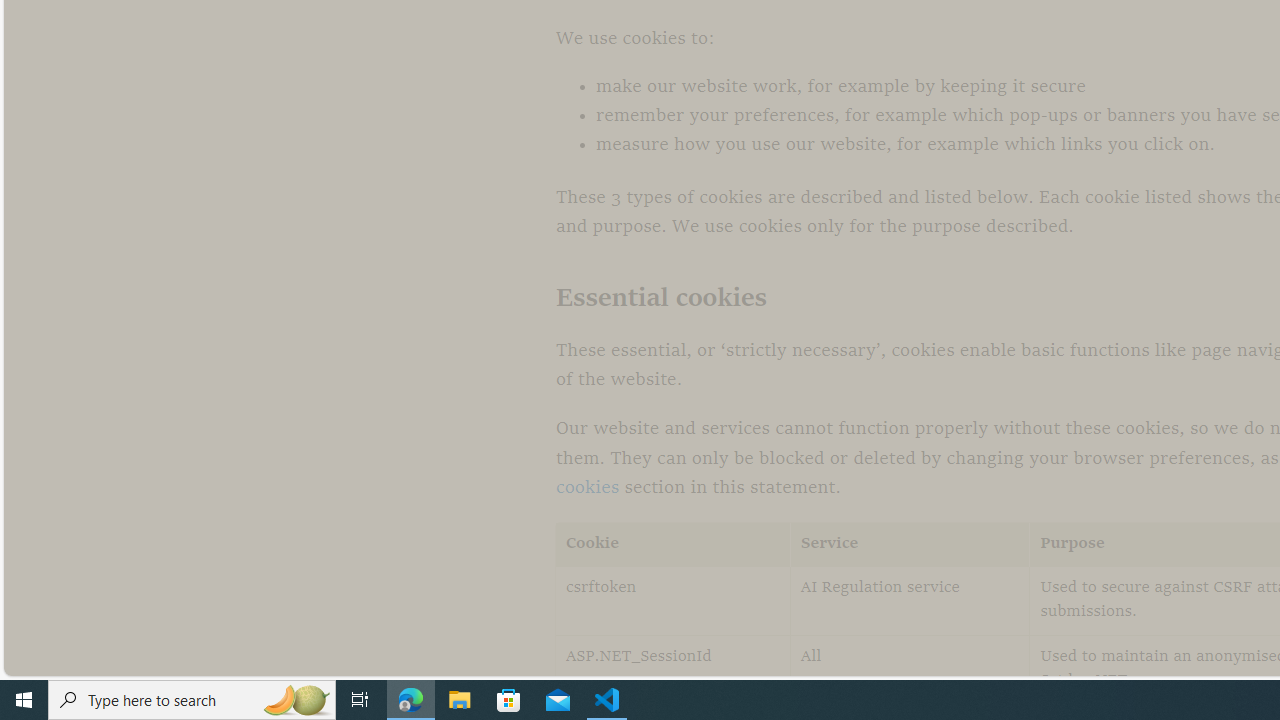 The image size is (1280, 720). Describe the element at coordinates (192, 698) in the screenshot. I see `'Type here to search'` at that location.